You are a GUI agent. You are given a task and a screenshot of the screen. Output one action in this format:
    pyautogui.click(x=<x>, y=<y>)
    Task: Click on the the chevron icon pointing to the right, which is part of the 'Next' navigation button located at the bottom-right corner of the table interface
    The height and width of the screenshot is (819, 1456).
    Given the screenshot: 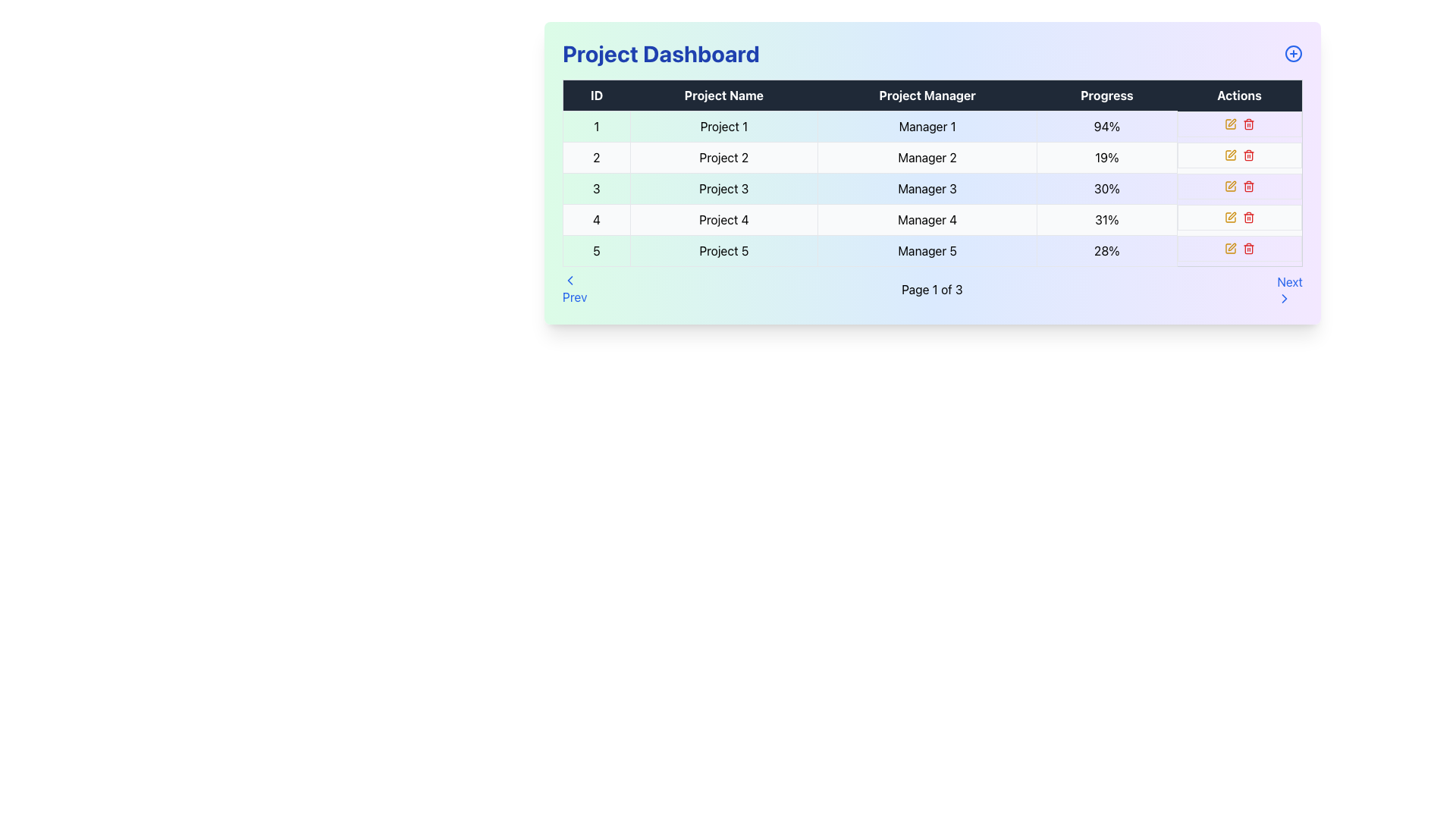 What is the action you would take?
    pyautogui.click(x=1284, y=298)
    